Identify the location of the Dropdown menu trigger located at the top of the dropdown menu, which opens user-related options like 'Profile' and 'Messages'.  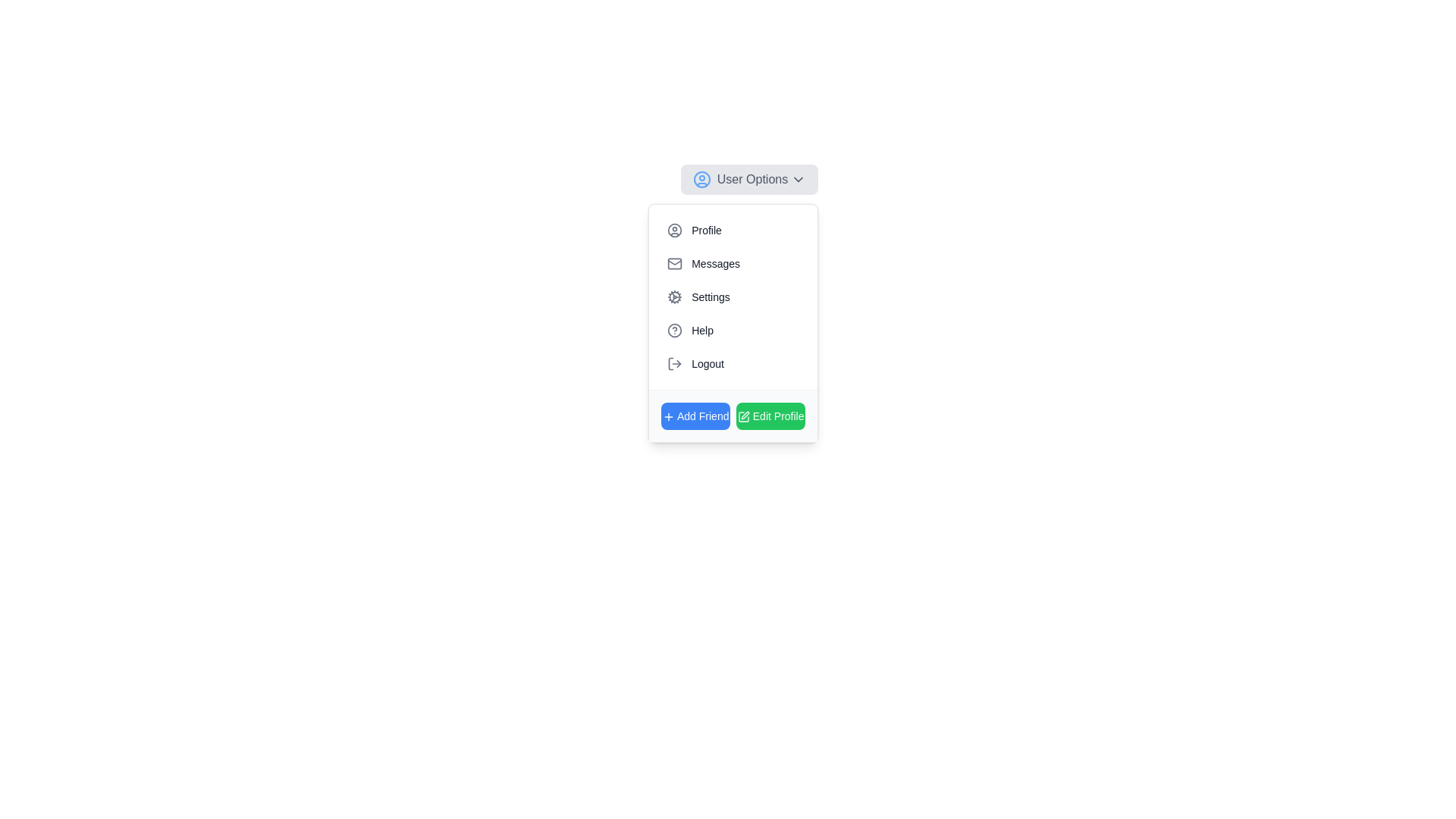
(749, 178).